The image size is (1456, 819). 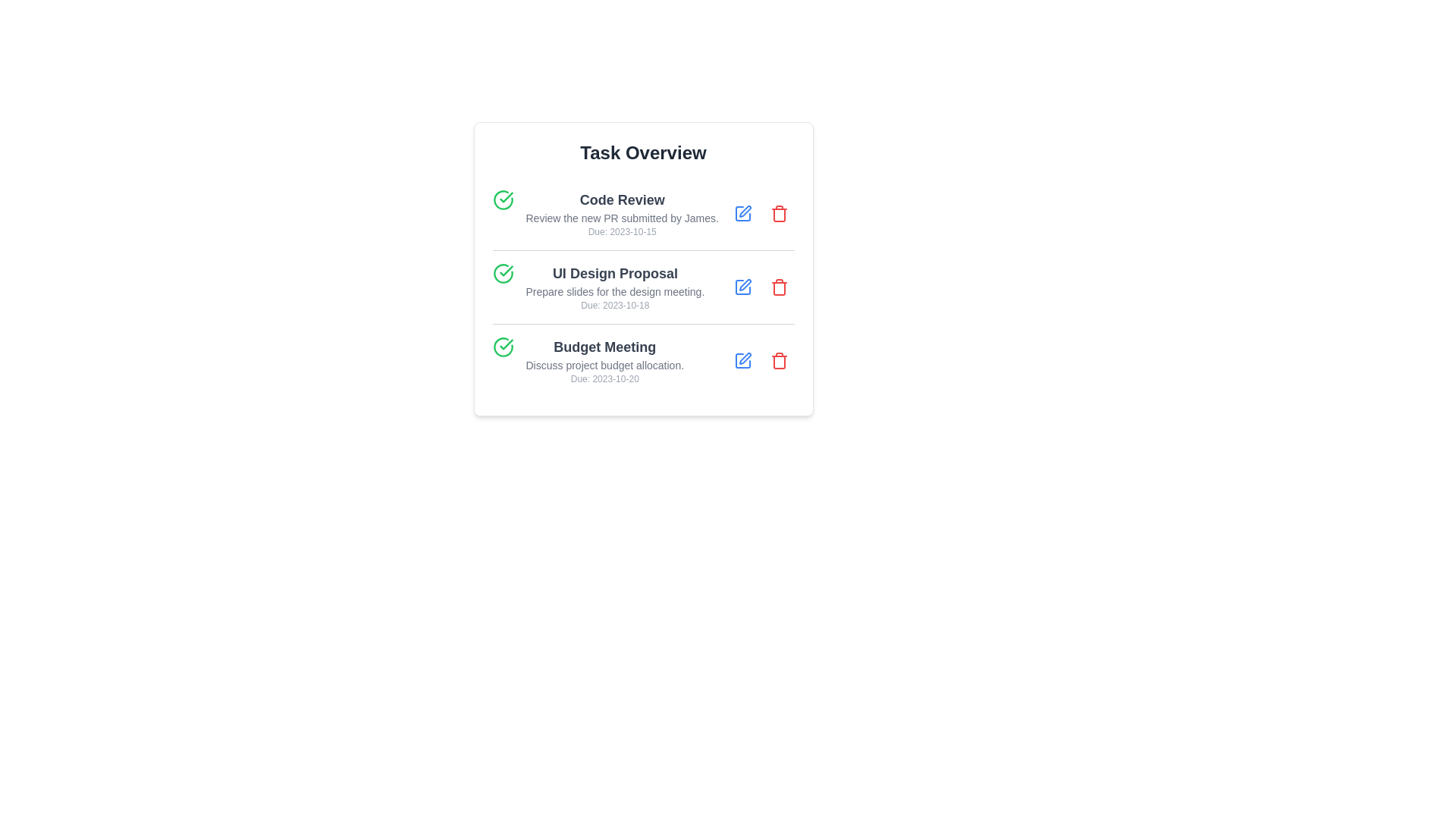 What do you see at coordinates (742, 360) in the screenshot?
I see `edit button for the task titled 'Budget Meeting'` at bounding box center [742, 360].